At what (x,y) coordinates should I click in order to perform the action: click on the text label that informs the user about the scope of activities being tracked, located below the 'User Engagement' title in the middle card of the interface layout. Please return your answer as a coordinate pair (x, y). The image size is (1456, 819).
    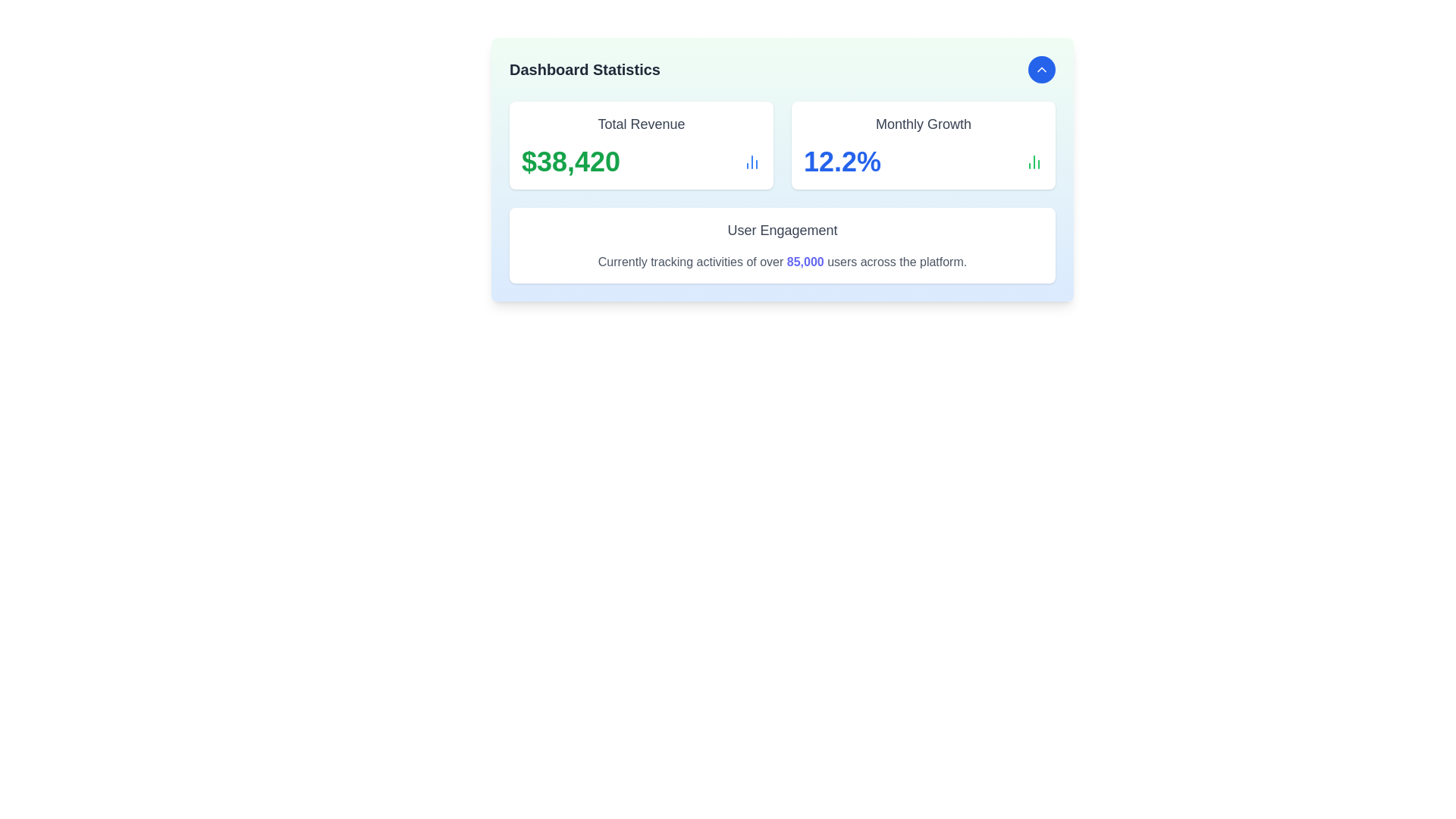
    Looking at the image, I should click on (783, 262).